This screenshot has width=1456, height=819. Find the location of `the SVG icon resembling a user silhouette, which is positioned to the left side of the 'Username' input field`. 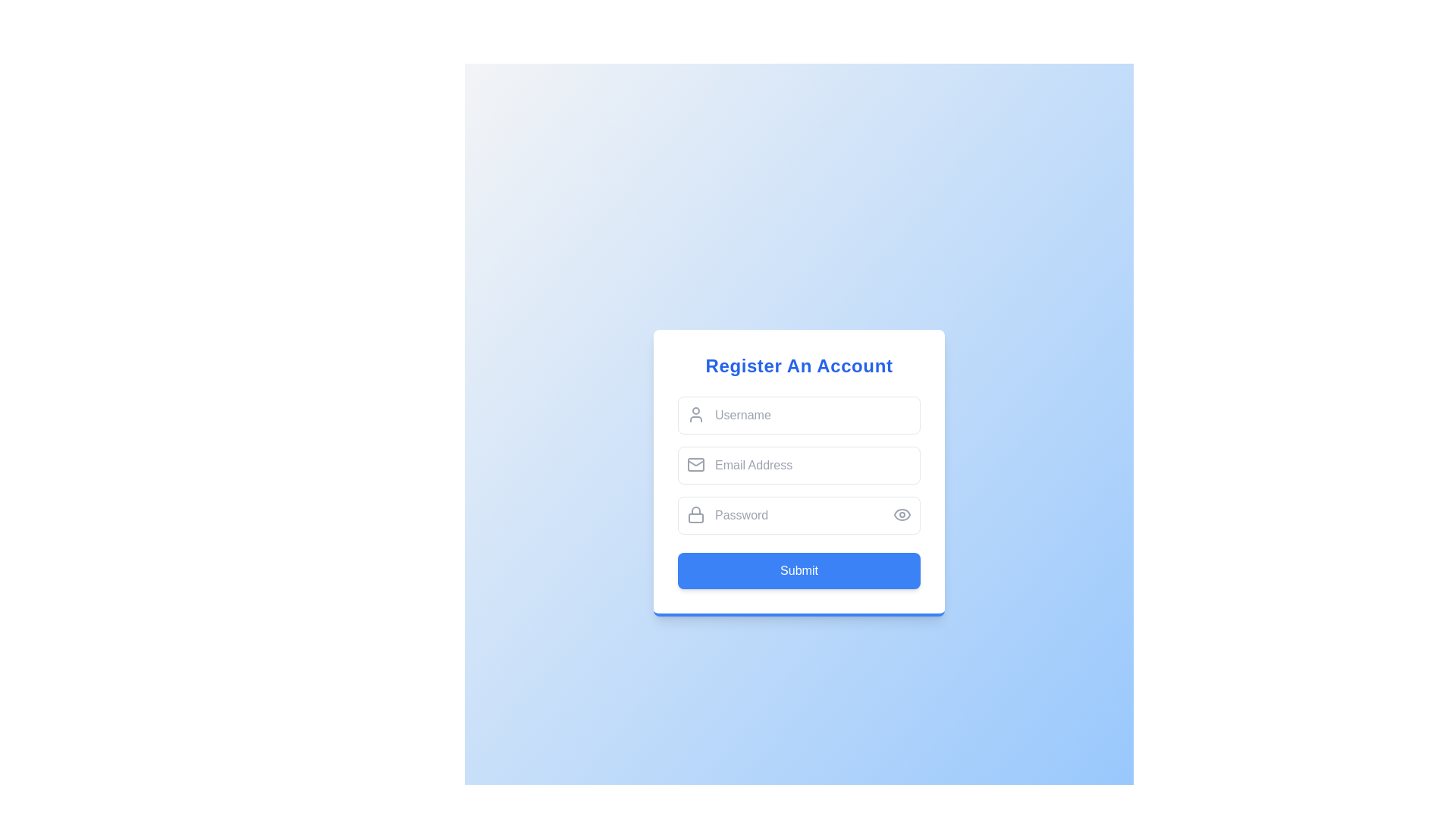

the SVG icon resembling a user silhouette, which is positioned to the left side of the 'Username' input field is located at coordinates (695, 415).